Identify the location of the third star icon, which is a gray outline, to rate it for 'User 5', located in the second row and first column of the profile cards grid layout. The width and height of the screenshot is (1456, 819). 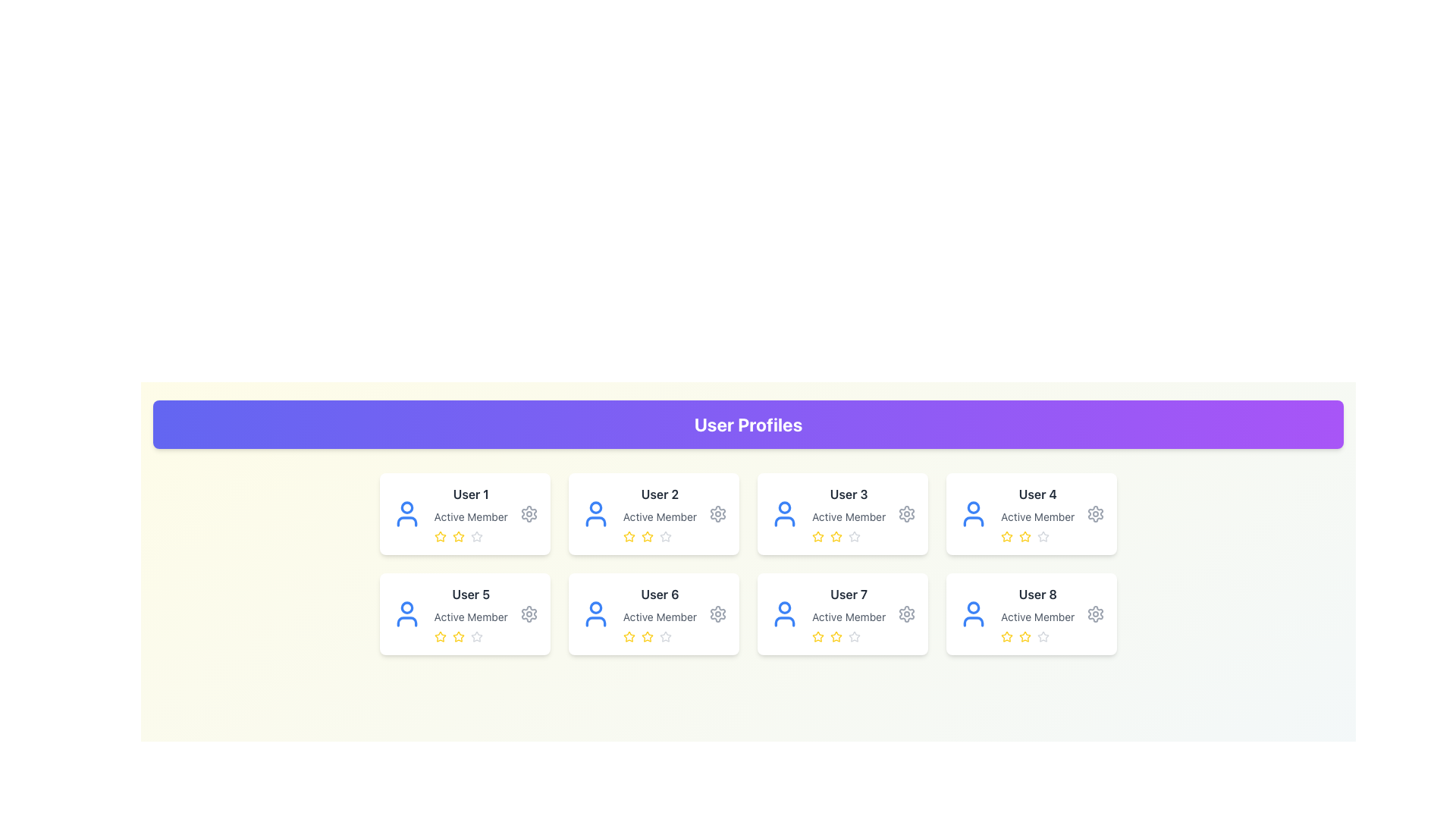
(470, 614).